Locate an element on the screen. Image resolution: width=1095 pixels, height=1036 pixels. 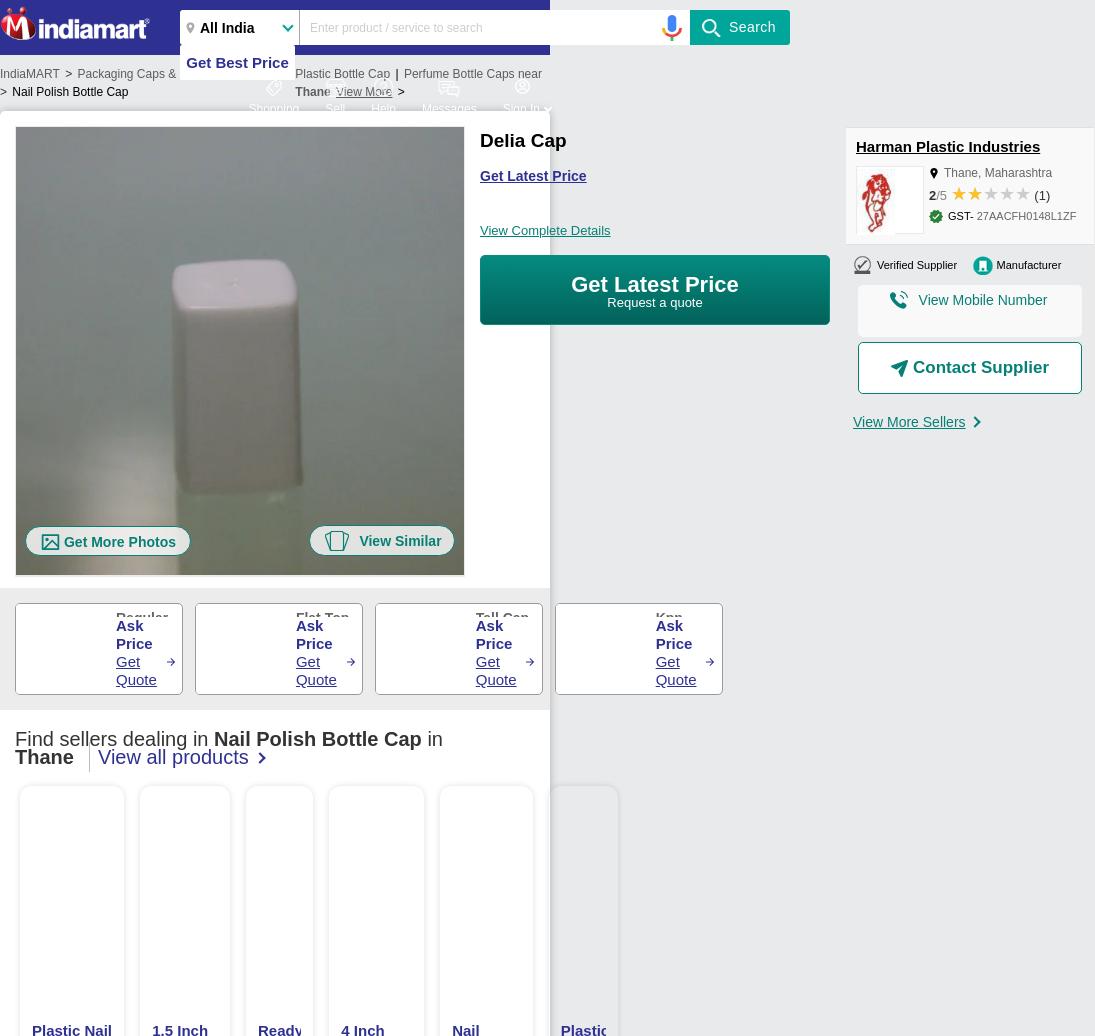
'27AACFH0148L1ZF' is located at coordinates (1026, 216).